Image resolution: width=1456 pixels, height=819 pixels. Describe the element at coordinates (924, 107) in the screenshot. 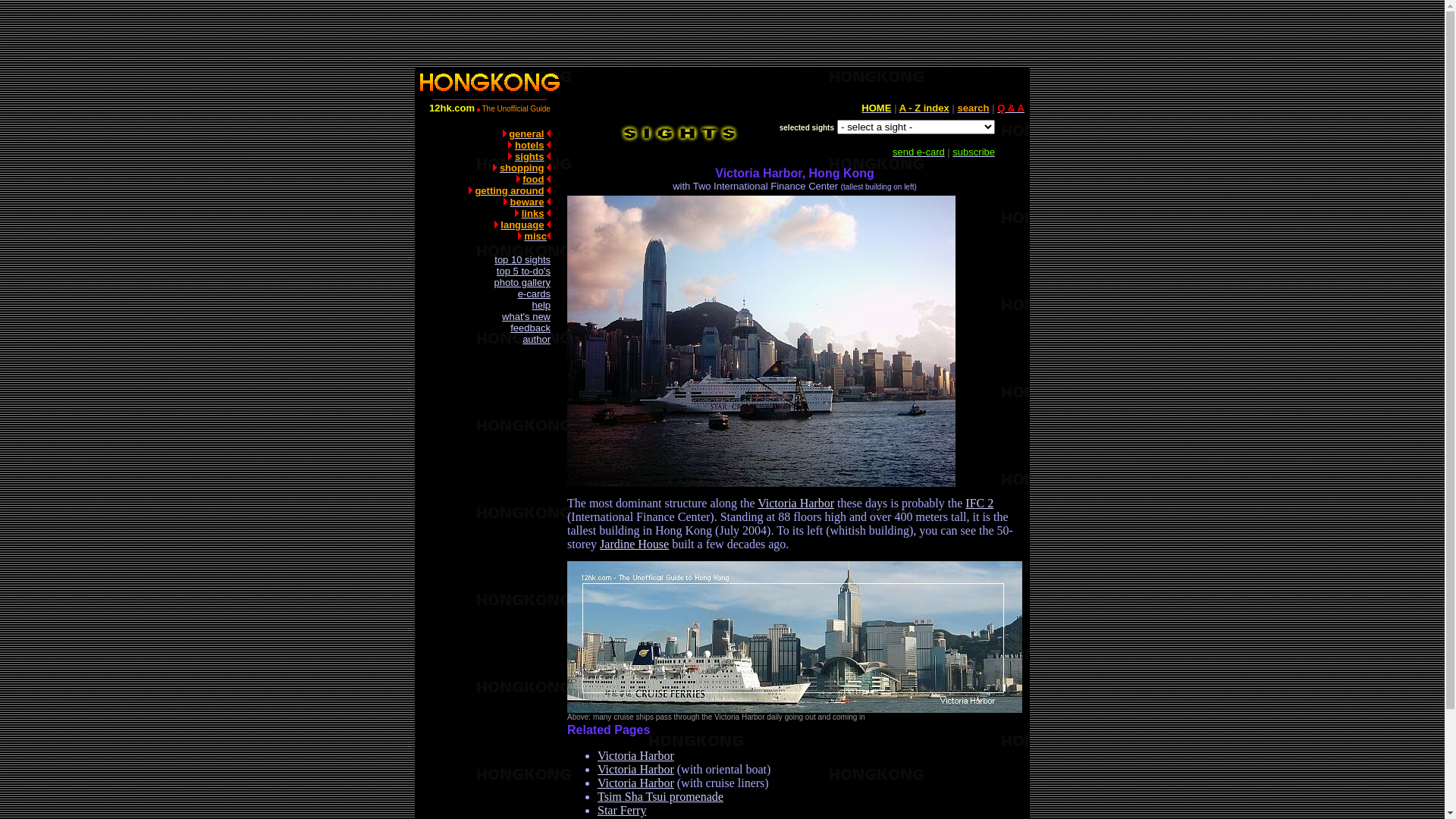

I see `'A - Z index'` at that location.